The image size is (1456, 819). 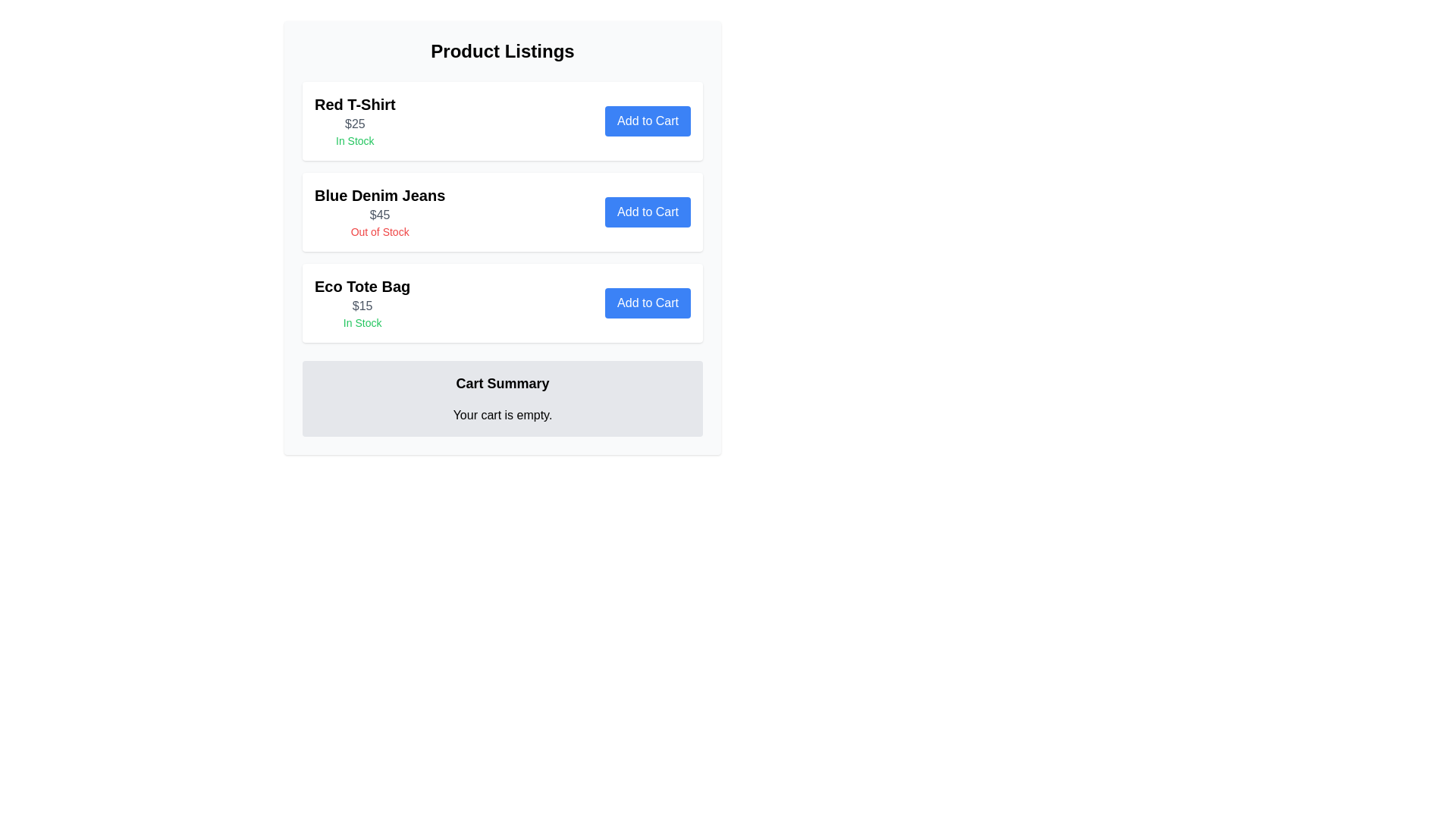 What do you see at coordinates (362, 303) in the screenshot?
I see `the product information label displaying 'Eco Tote Bag', which includes the title, price, and stock status` at bounding box center [362, 303].